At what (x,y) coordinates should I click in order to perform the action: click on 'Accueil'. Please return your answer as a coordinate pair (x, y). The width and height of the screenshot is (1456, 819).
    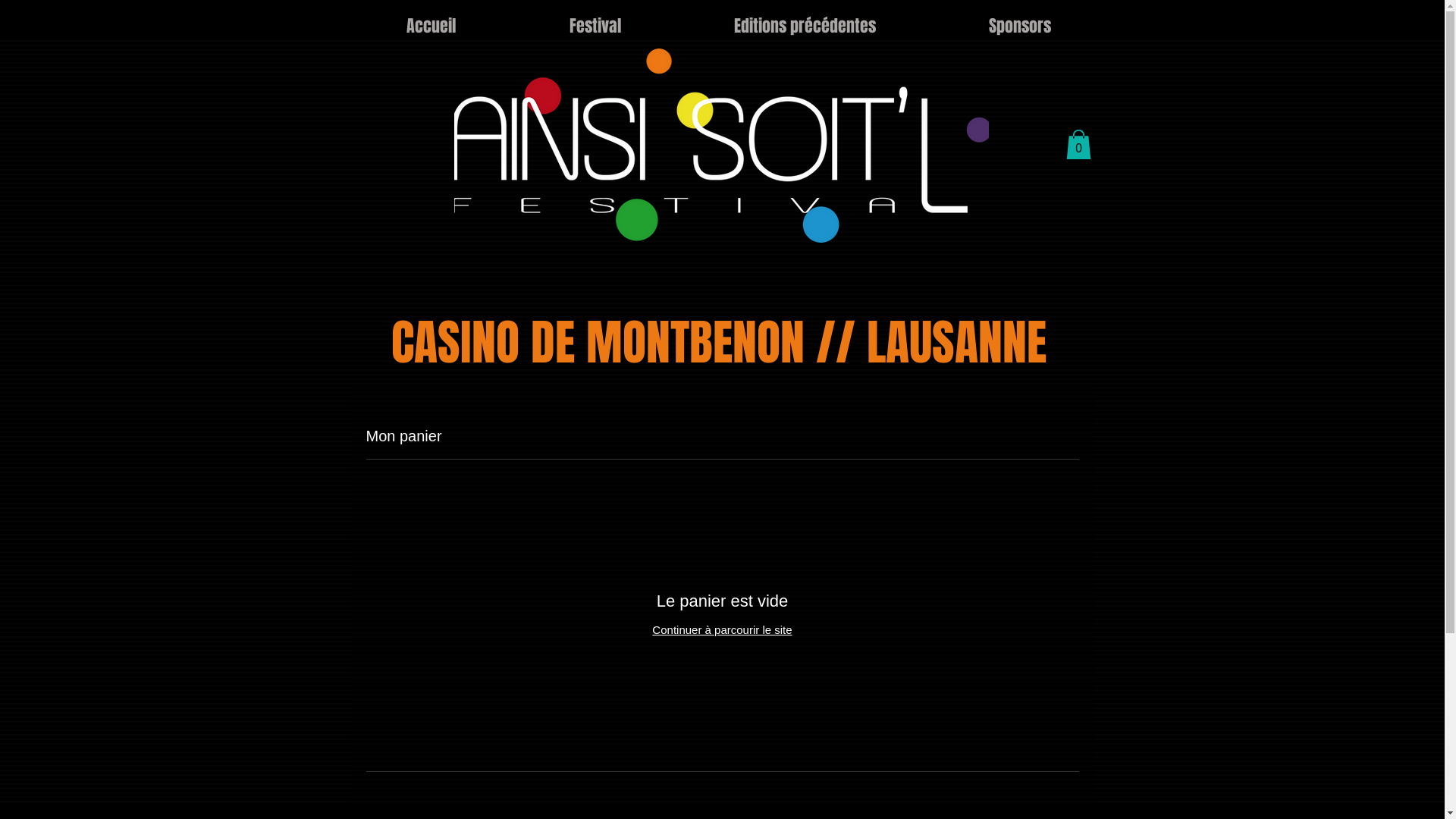
    Looking at the image, I should click on (429, 26).